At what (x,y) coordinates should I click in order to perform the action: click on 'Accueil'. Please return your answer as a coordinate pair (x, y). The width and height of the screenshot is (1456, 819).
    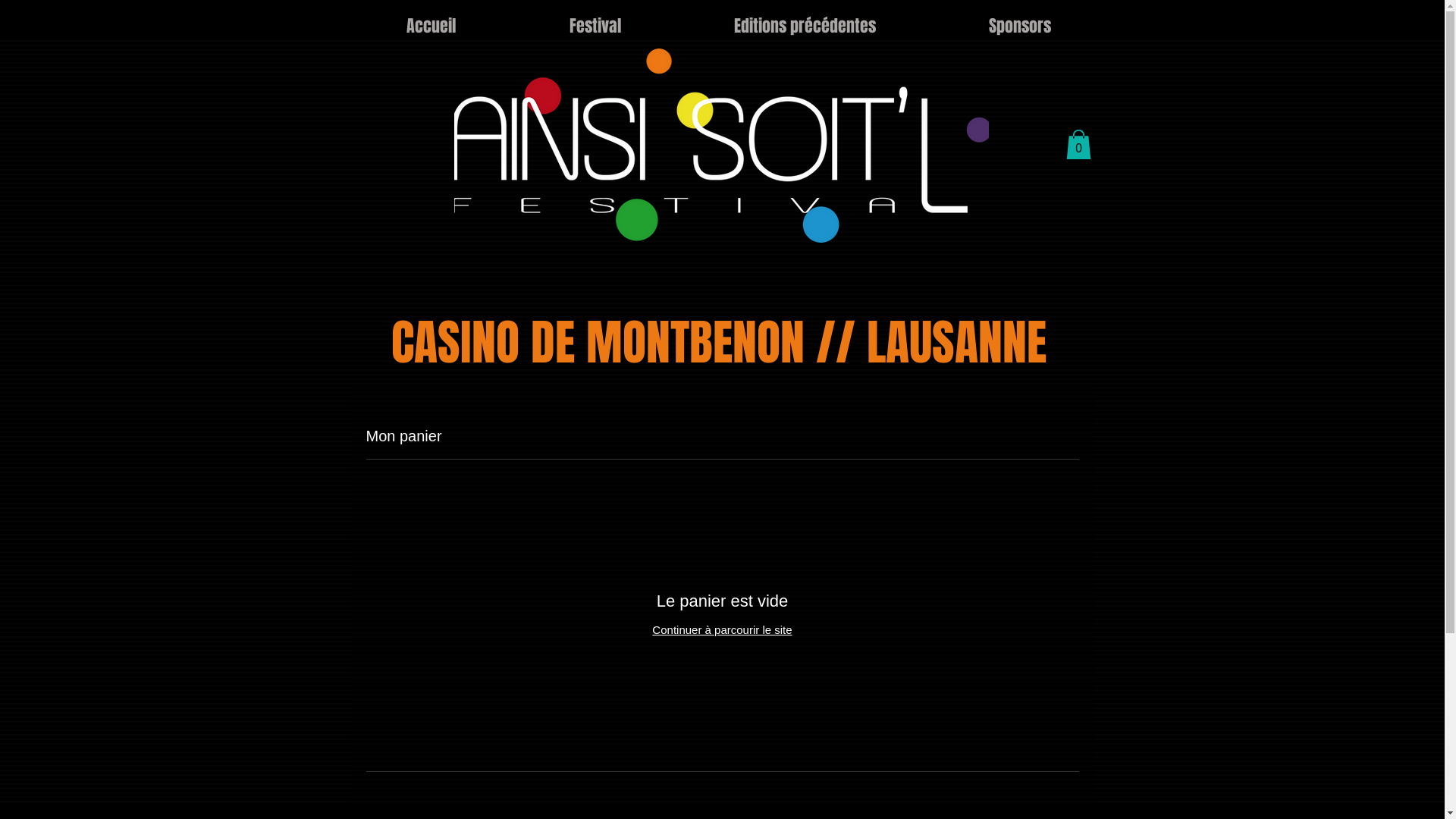
    Looking at the image, I should click on (429, 26).